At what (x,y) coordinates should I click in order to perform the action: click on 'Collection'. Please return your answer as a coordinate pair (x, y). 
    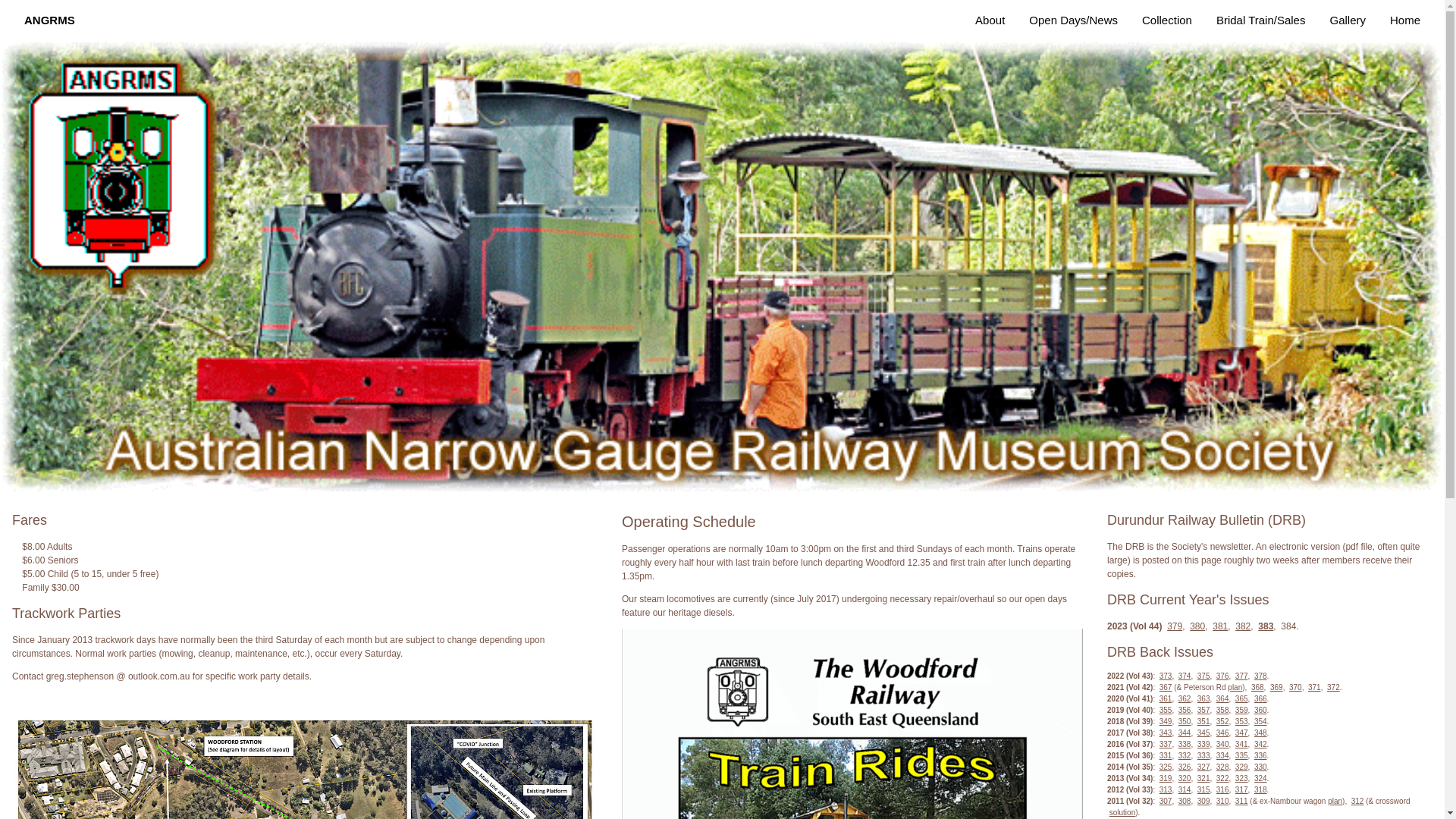
    Looking at the image, I should click on (1166, 20).